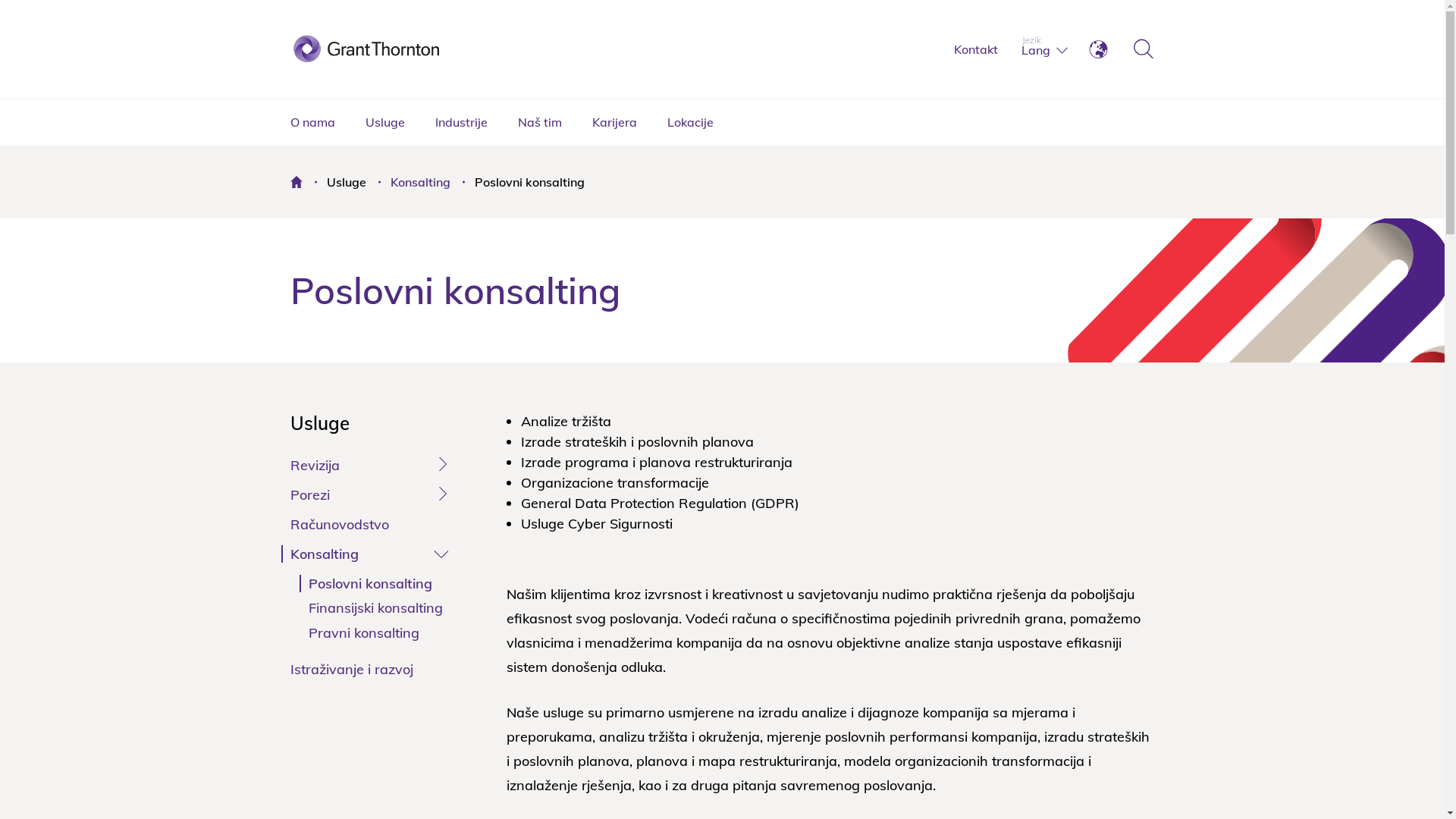  I want to click on 'Lokacije', so click(689, 121).